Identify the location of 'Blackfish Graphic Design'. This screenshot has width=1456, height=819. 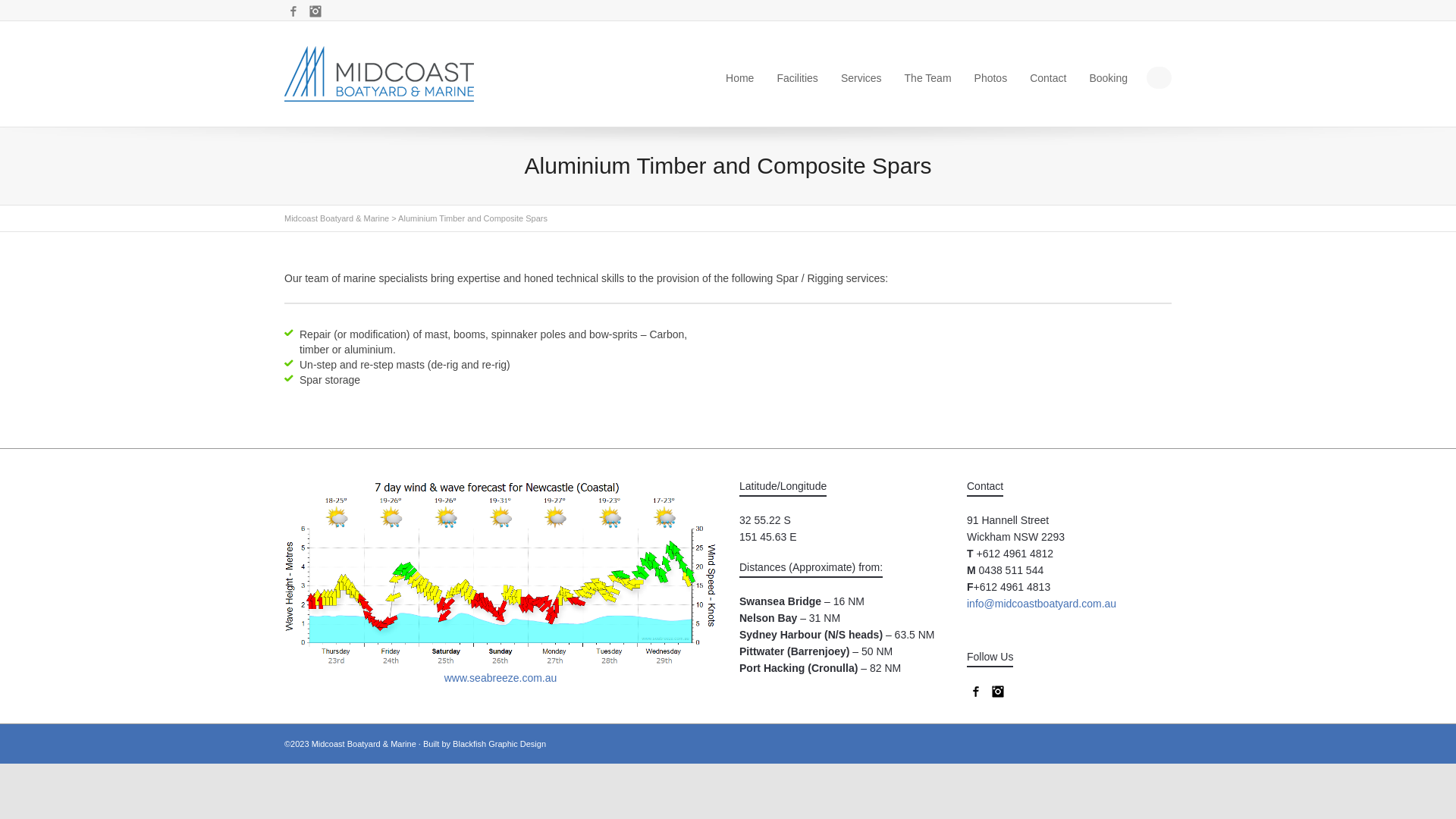
(499, 742).